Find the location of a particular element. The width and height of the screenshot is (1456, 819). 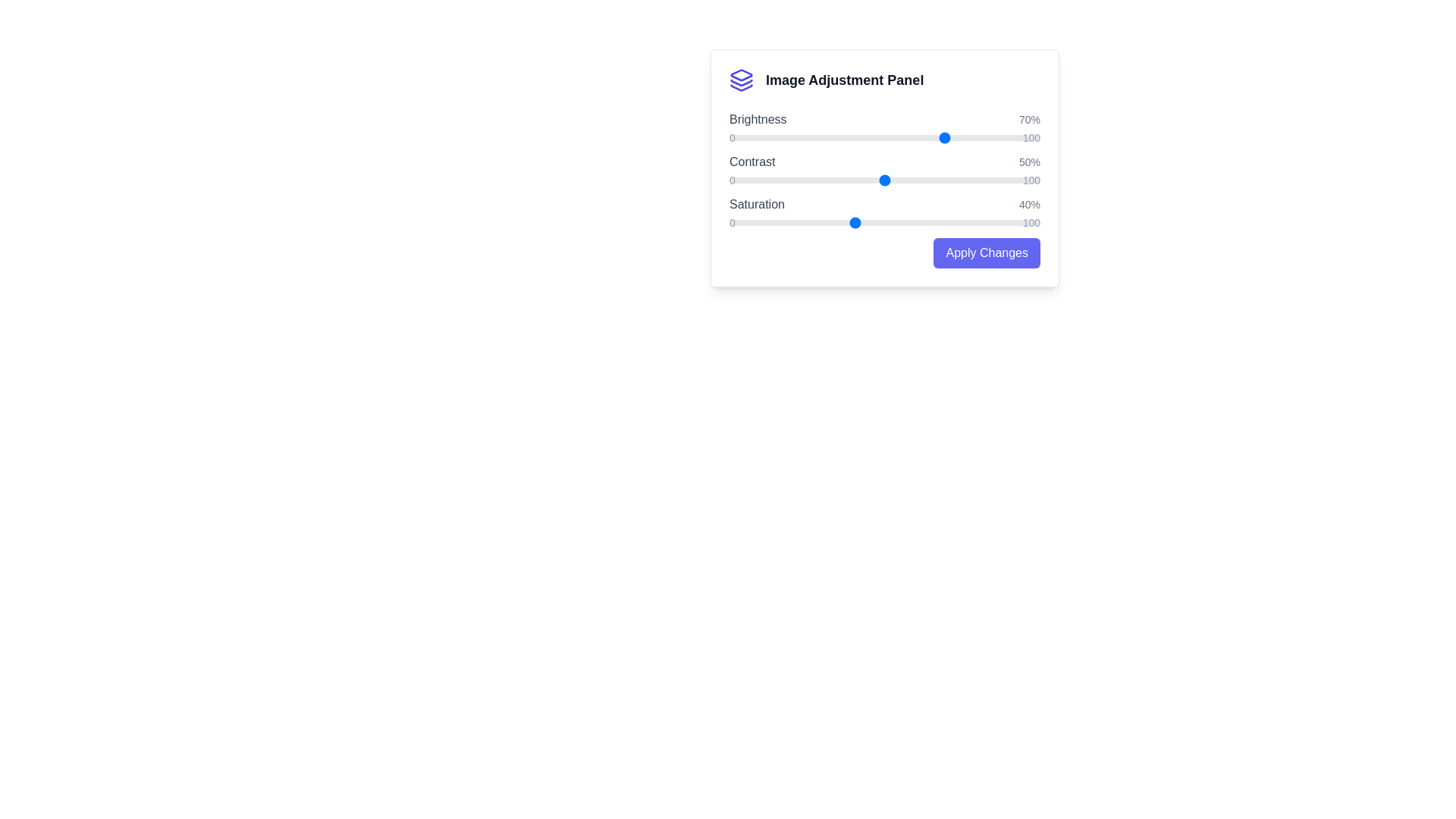

the slider for brightness is located at coordinates (884, 137).